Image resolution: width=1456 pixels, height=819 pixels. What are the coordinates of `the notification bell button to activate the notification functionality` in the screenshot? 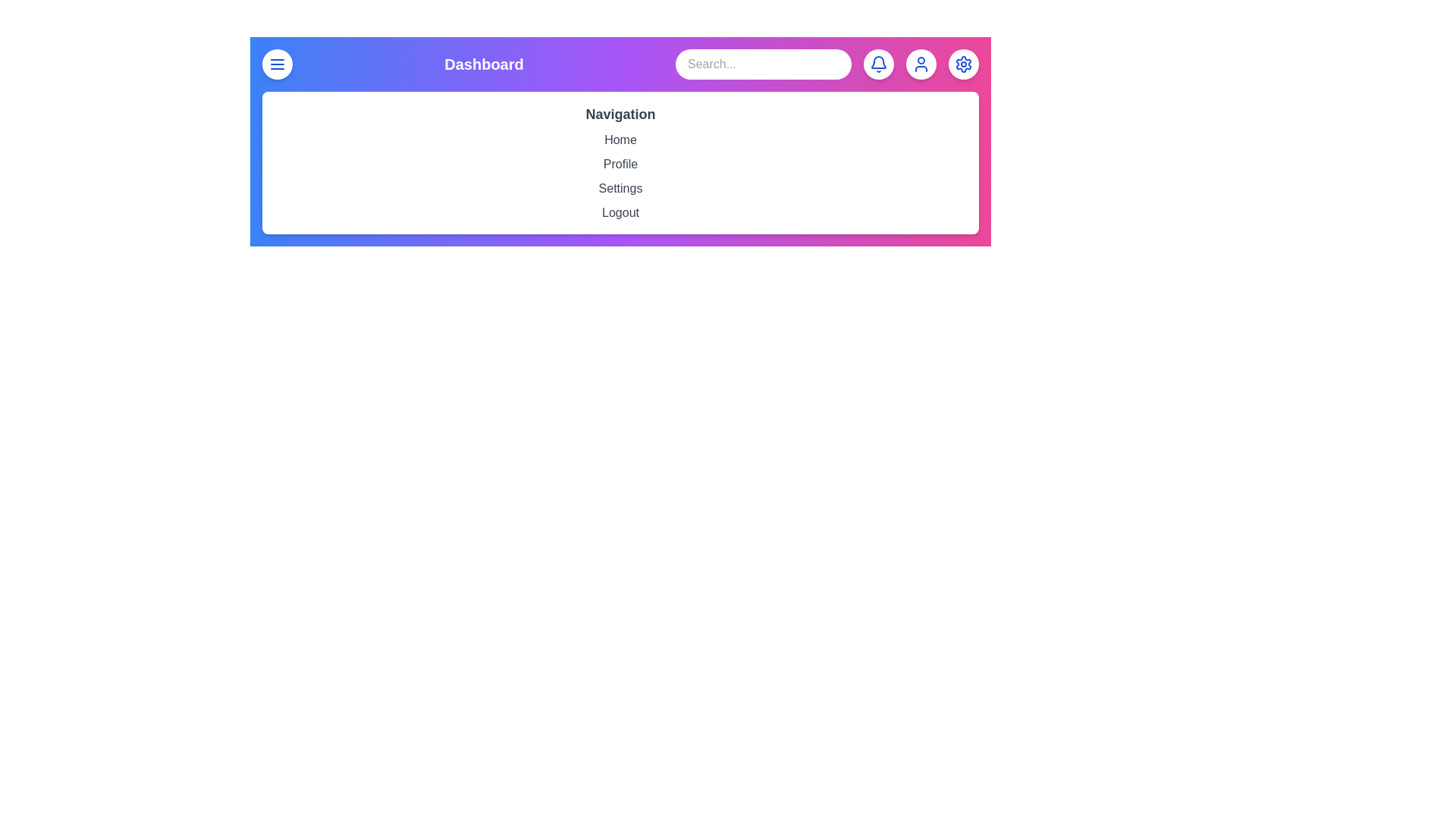 It's located at (878, 63).